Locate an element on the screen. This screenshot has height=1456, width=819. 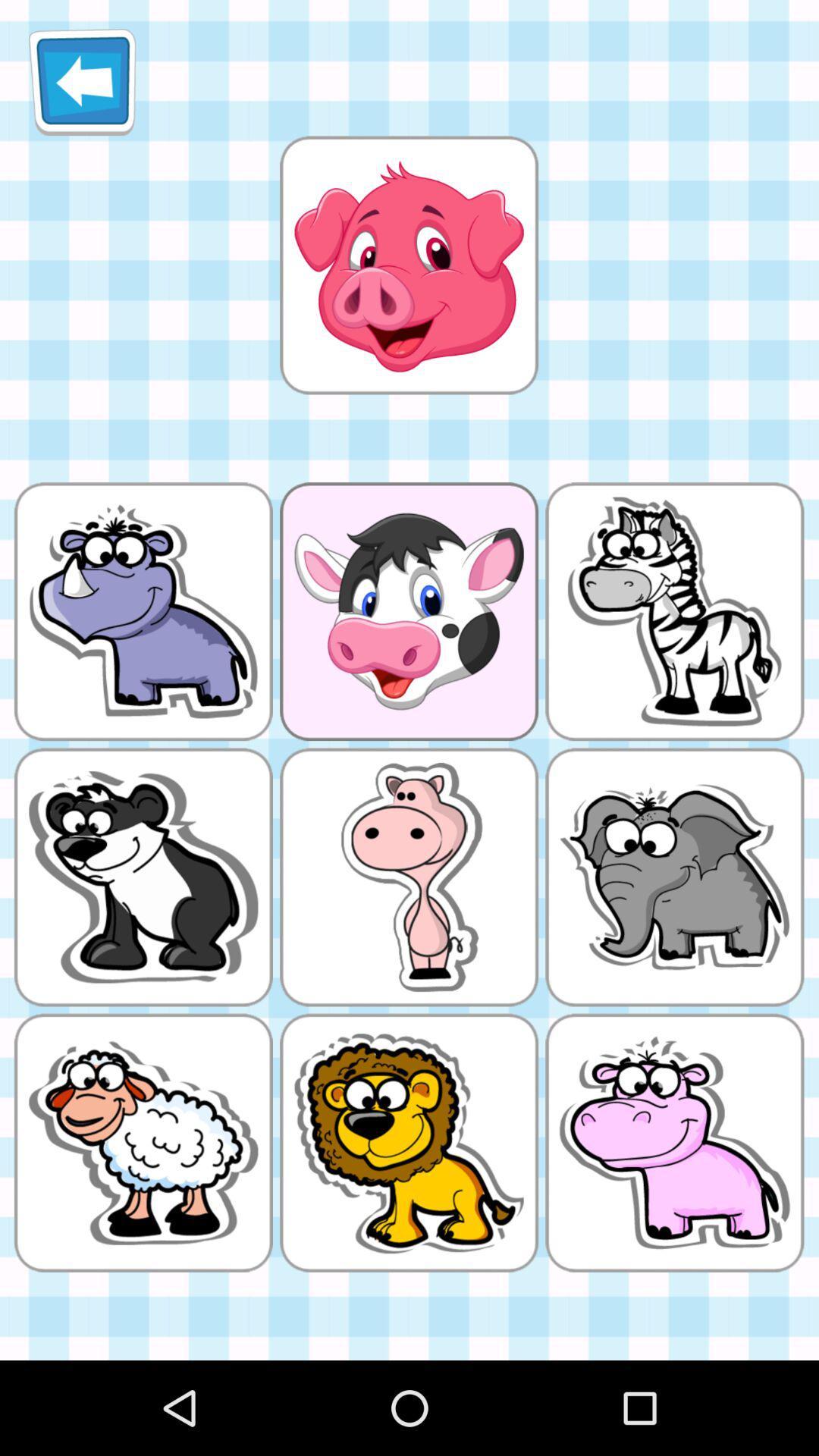
emogi is located at coordinates (408, 265).